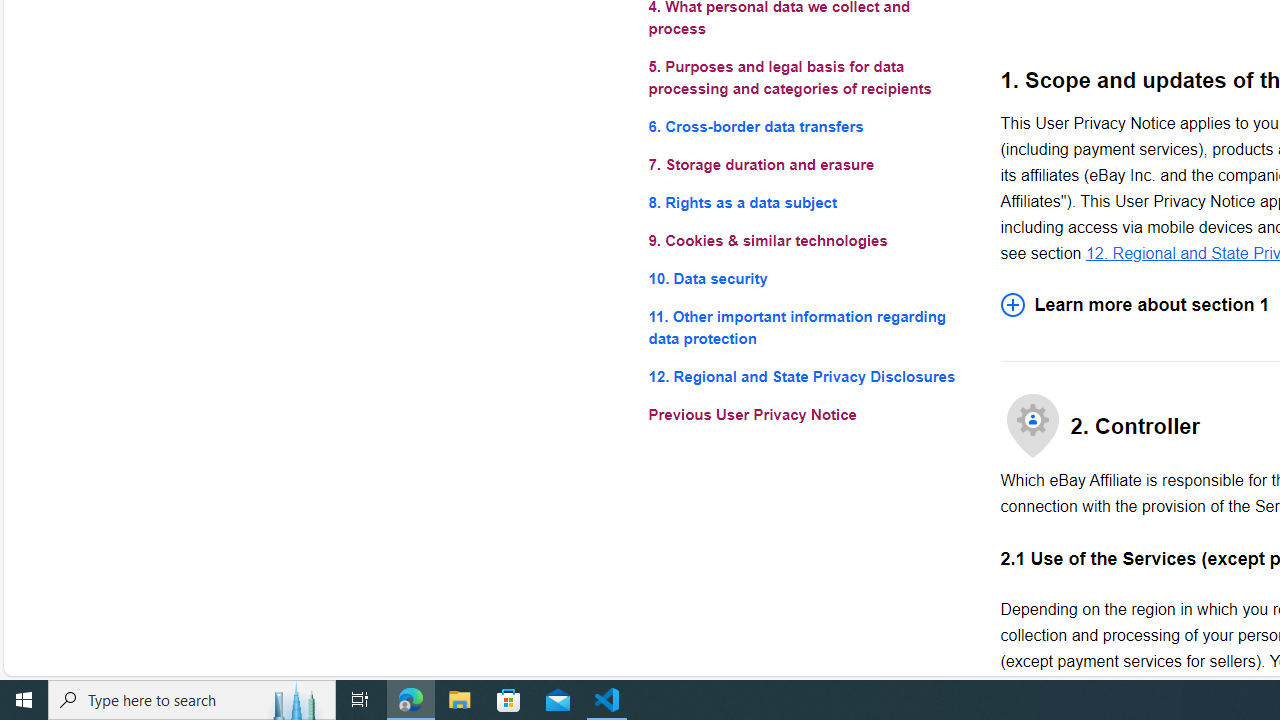 This screenshot has width=1280, height=720. Describe the element at coordinates (808, 240) in the screenshot. I see `'9. Cookies & similar technologies'` at that location.